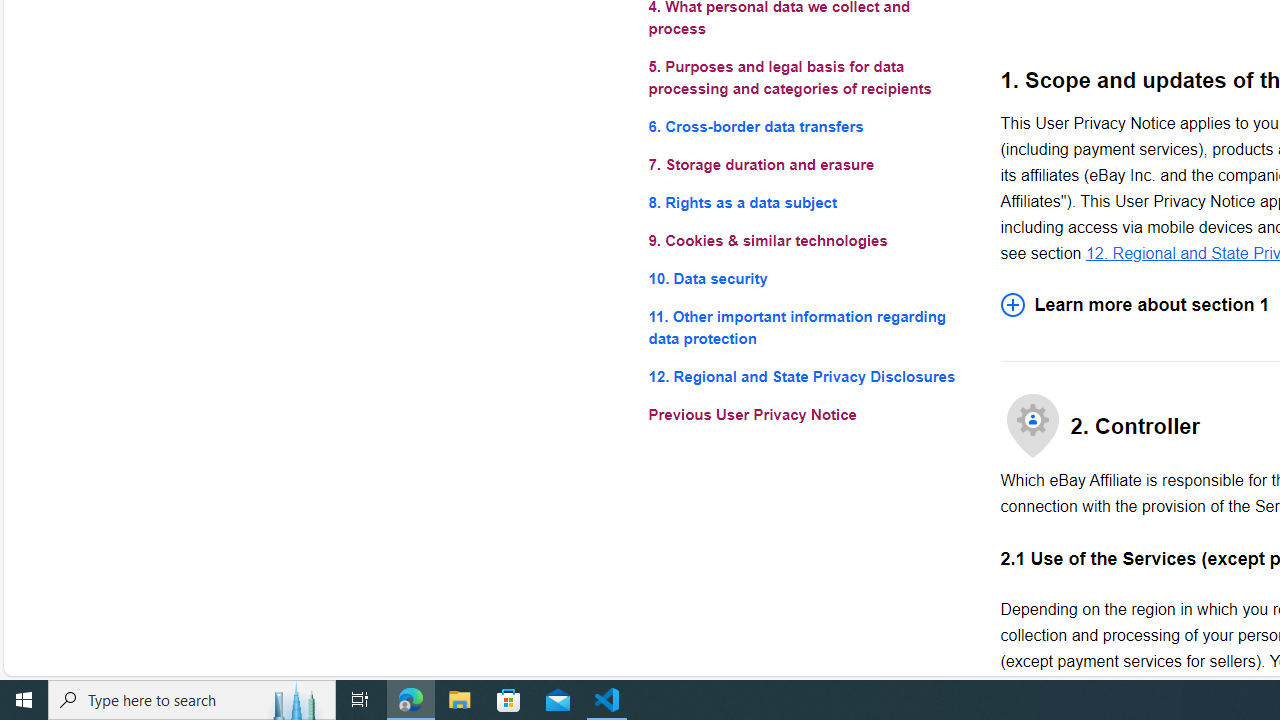 This screenshot has width=1280, height=720. Describe the element at coordinates (808, 240) in the screenshot. I see `'9. Cookies & similar technologies'` at that location.